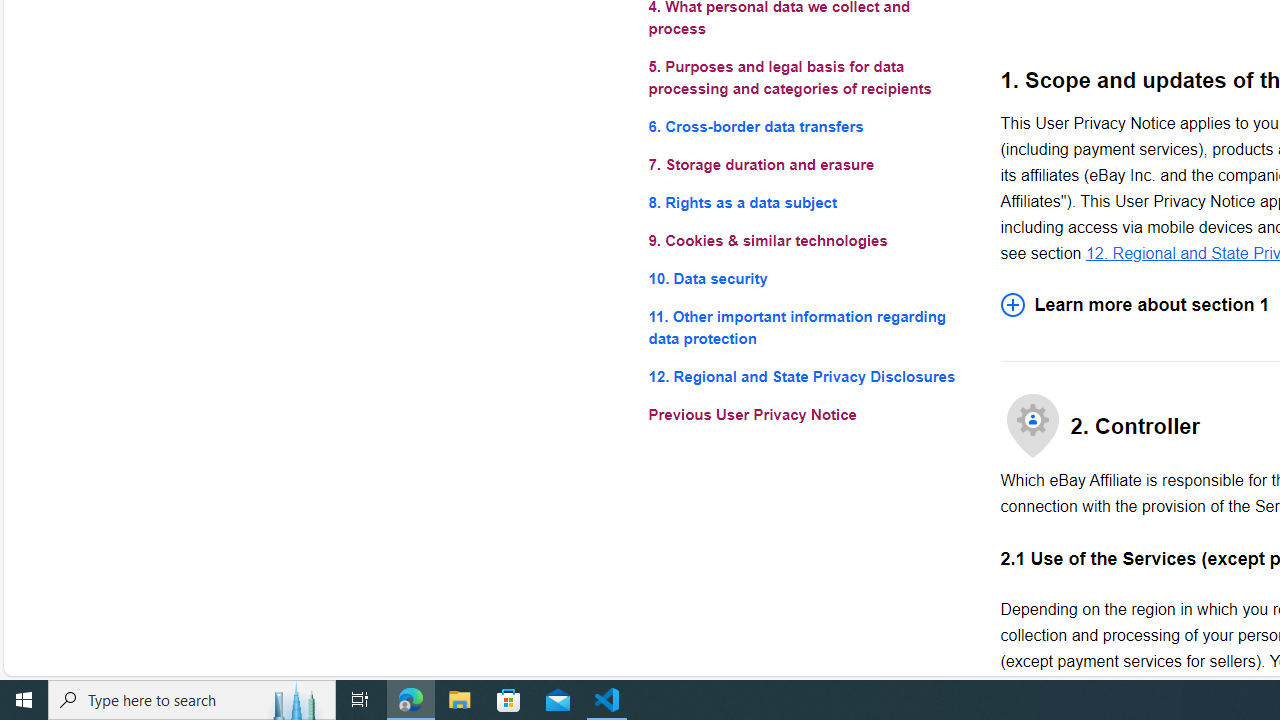 This screenshot has width=1280, height=720. Describe the element at coordinates (808, 240) in the screenshot. I see `'9. Cookies & similar technologies'` at that location.